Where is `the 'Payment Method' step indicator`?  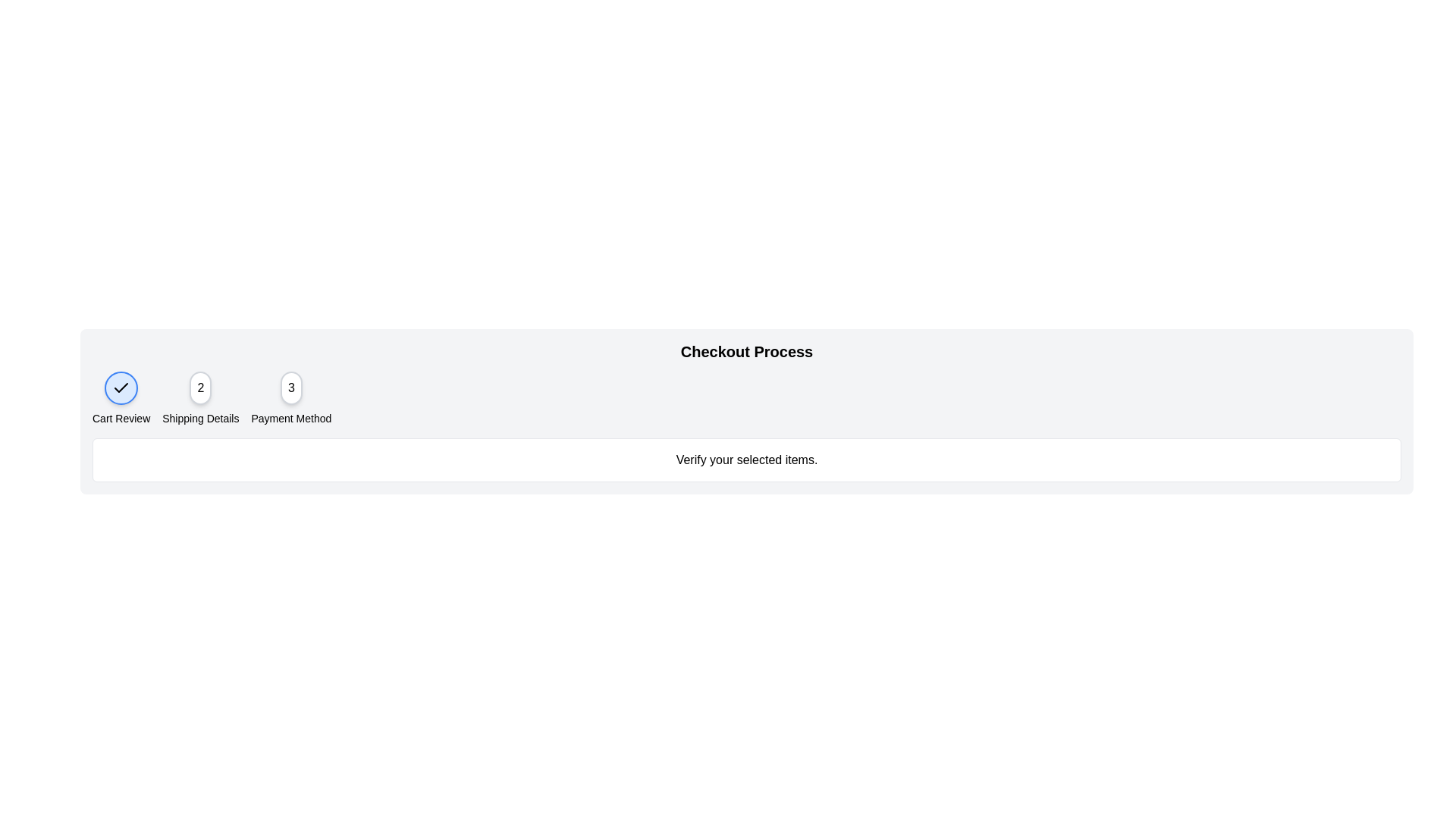
the 'Payment Method' step indicator is located at coordinates (291, 397).